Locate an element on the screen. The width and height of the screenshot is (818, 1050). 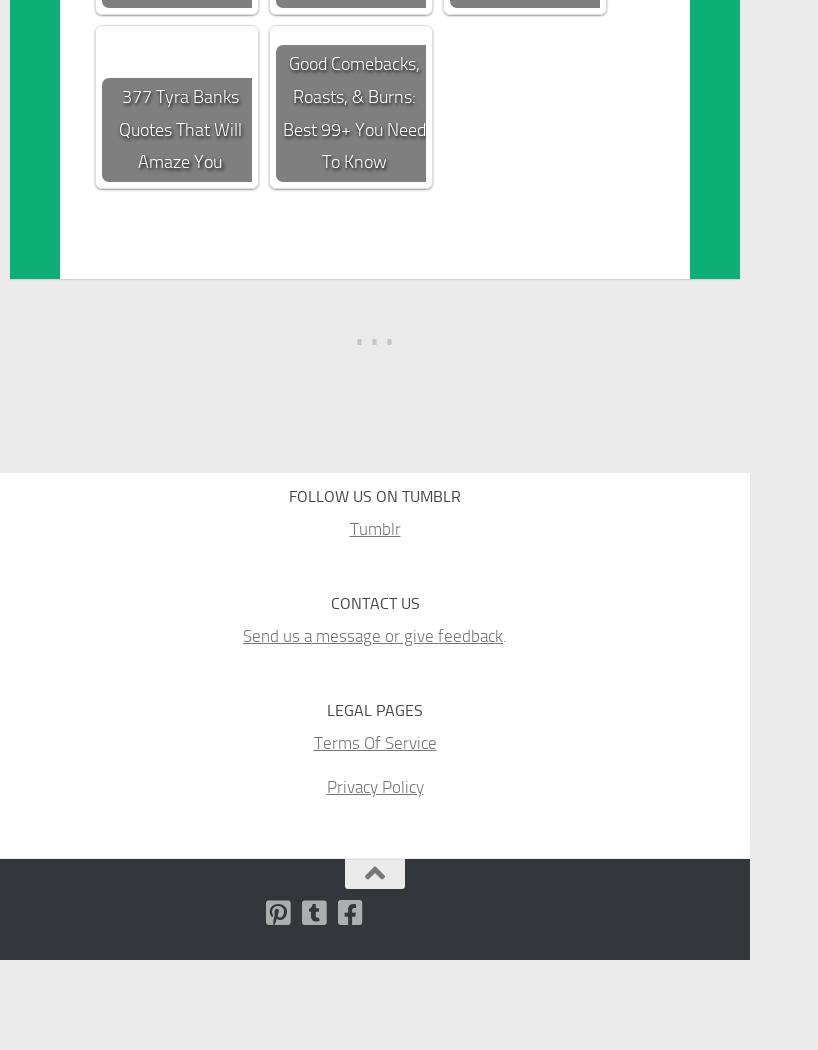
'Good Comebacks, Roasts, & Burns: Best 99+ You Need To Know' is located at coordinates (353, 112).